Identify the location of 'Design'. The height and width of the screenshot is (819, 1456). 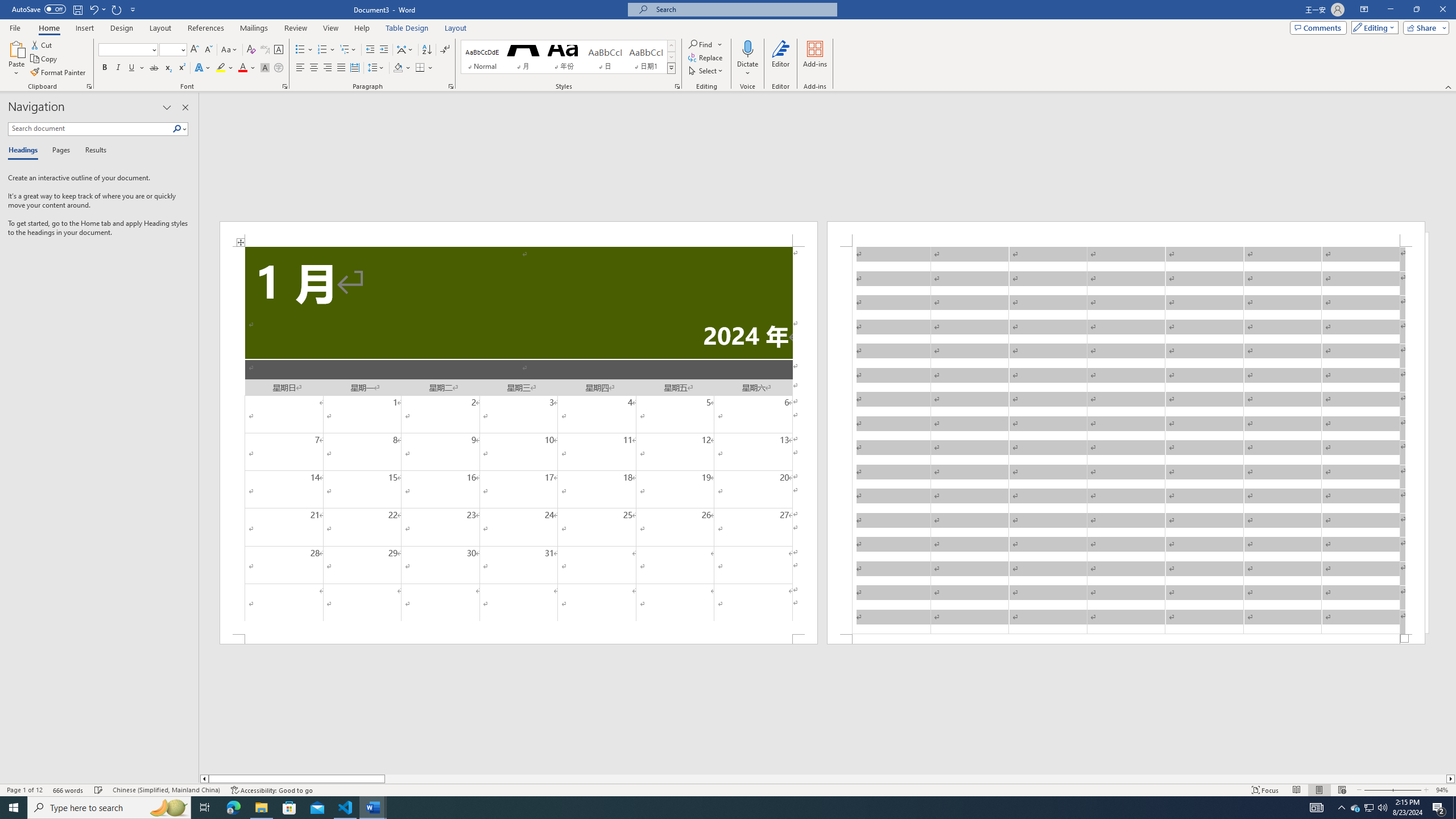
(122, 28).